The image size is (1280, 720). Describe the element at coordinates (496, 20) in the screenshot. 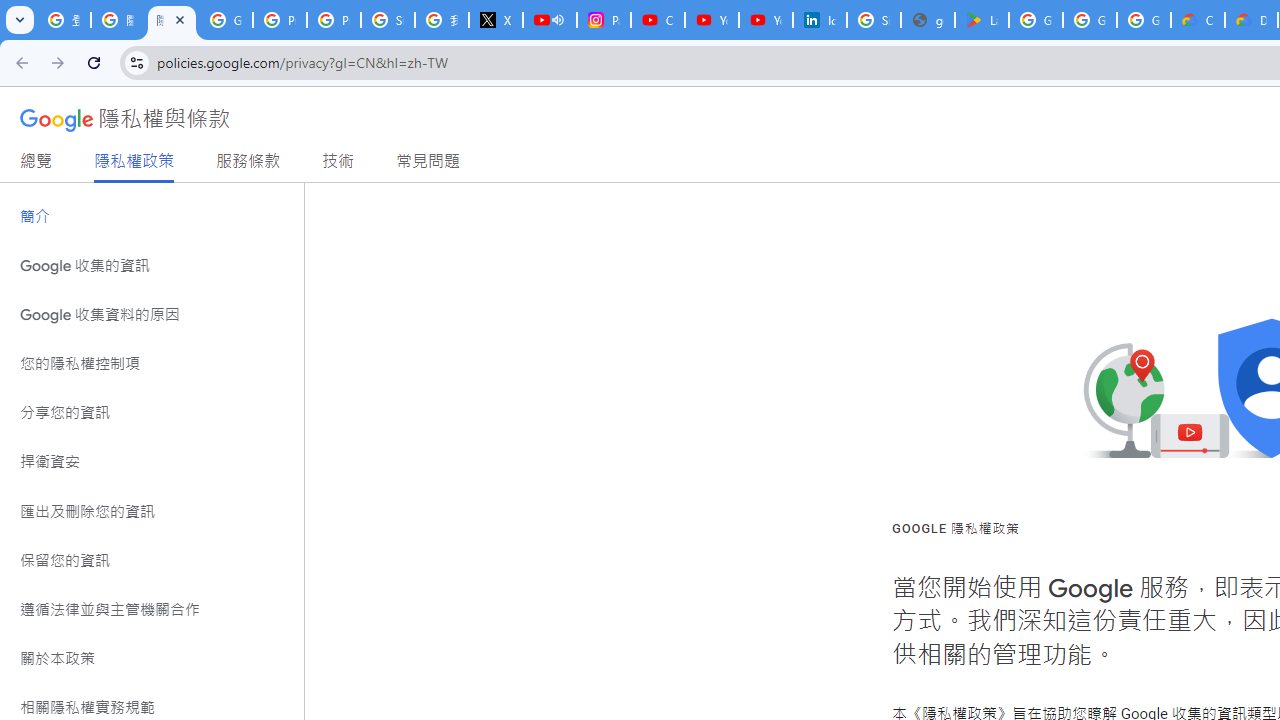

I see `'X'` at that location.